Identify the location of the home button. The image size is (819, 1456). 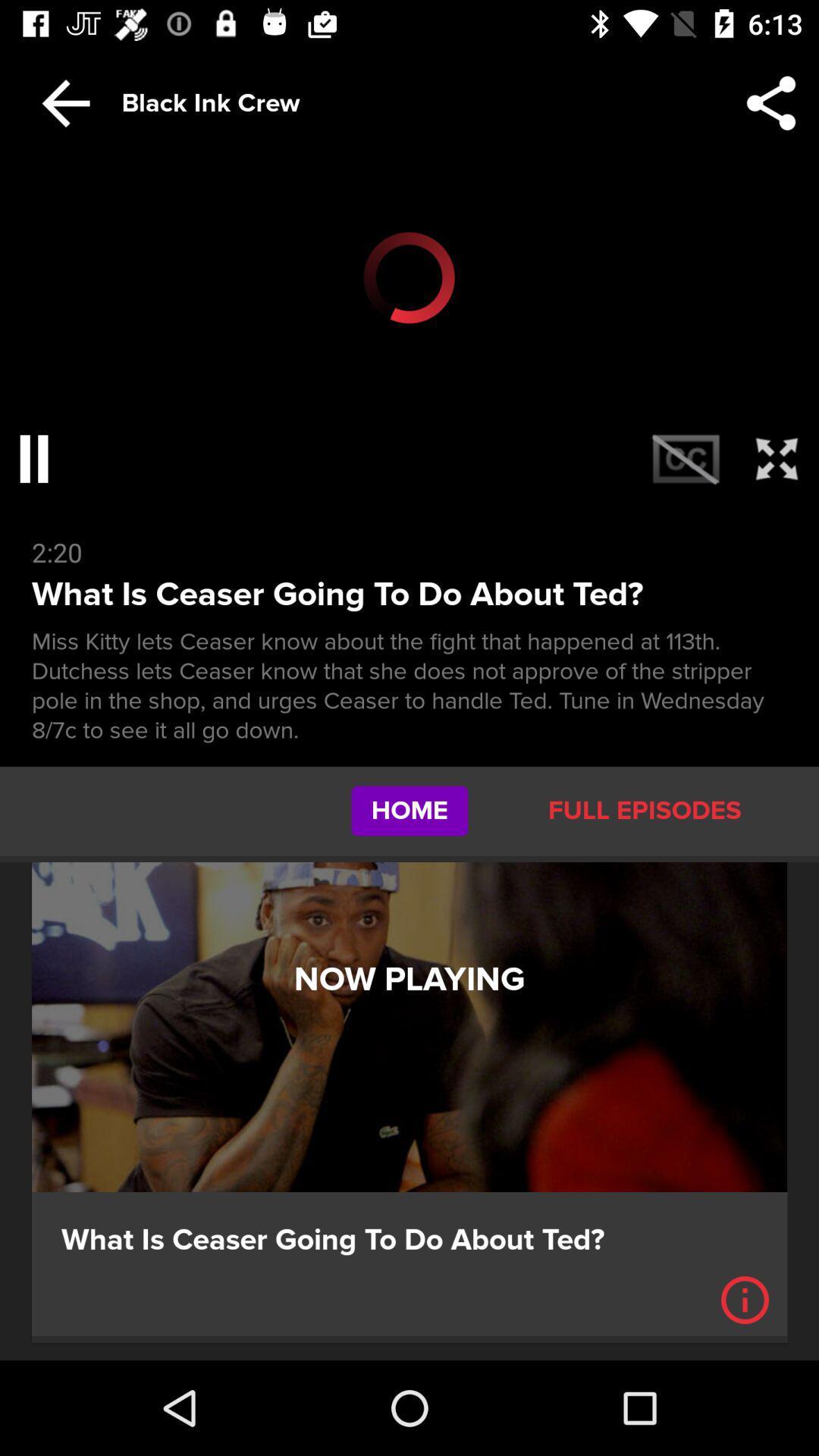
(409, 811).